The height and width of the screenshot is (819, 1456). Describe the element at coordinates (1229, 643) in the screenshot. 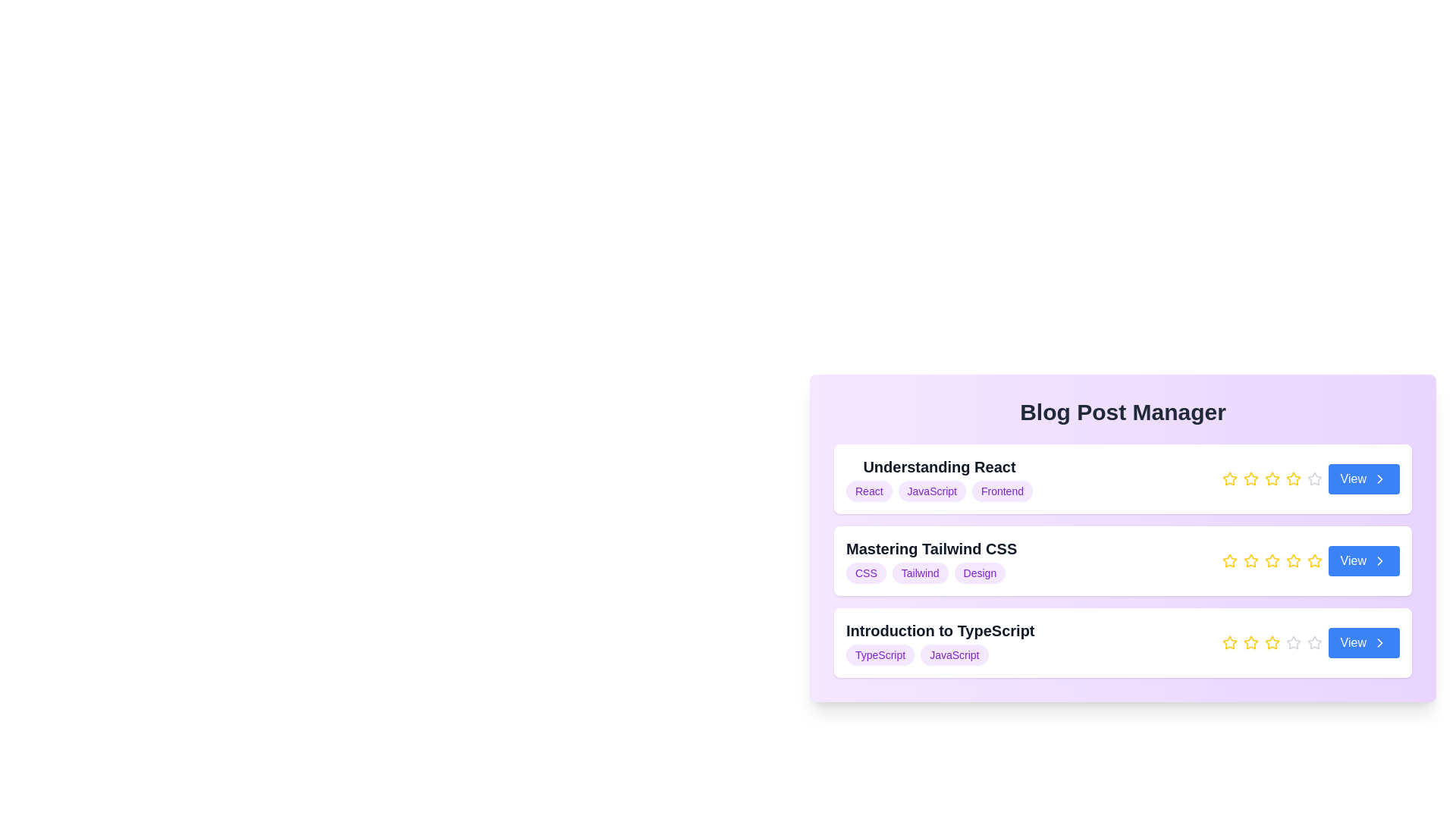

I see `the first rating star icon for the 'Introduction to TypeScript' item, which visually represents the first rating level in the Blog Post Manager interface` at that location.